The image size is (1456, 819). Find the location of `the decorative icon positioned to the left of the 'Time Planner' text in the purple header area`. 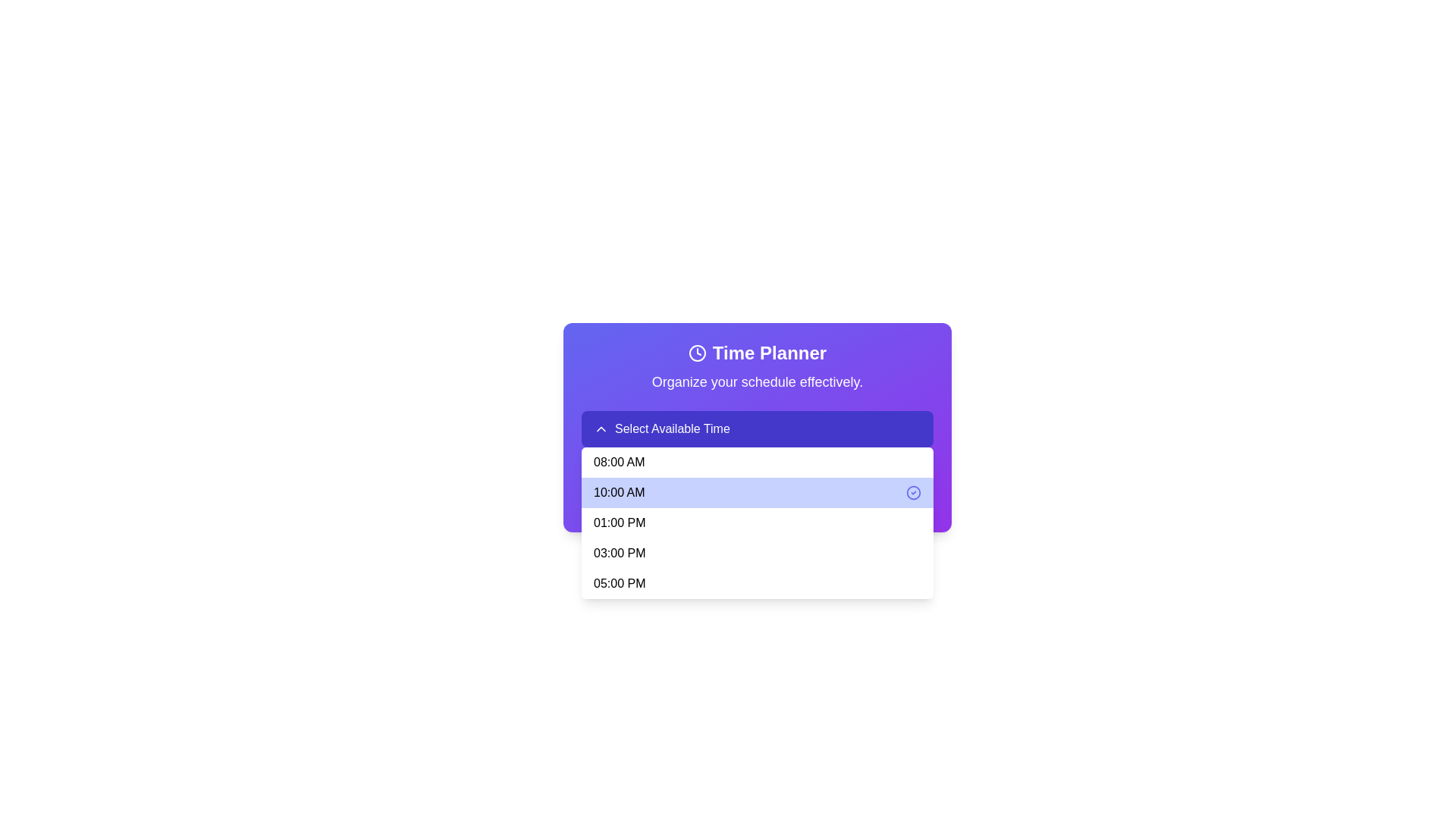

the decorative icon positioned to the left of the 'Time Planner' text in the purple header area is located at coordinates (696, 353).